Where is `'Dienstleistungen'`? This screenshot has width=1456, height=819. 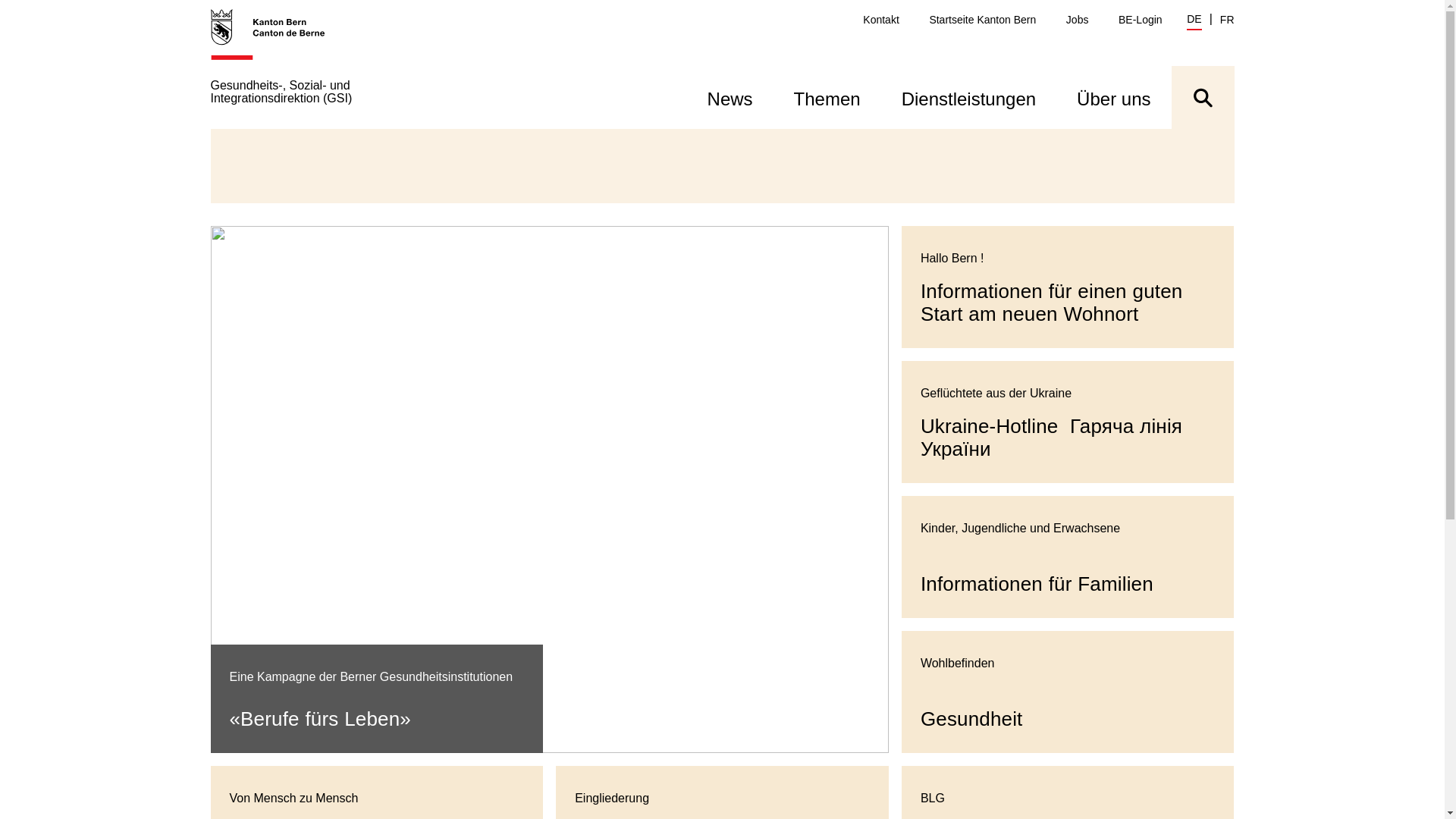 'Dienstleistungen' is located at coordinates (968, 97).